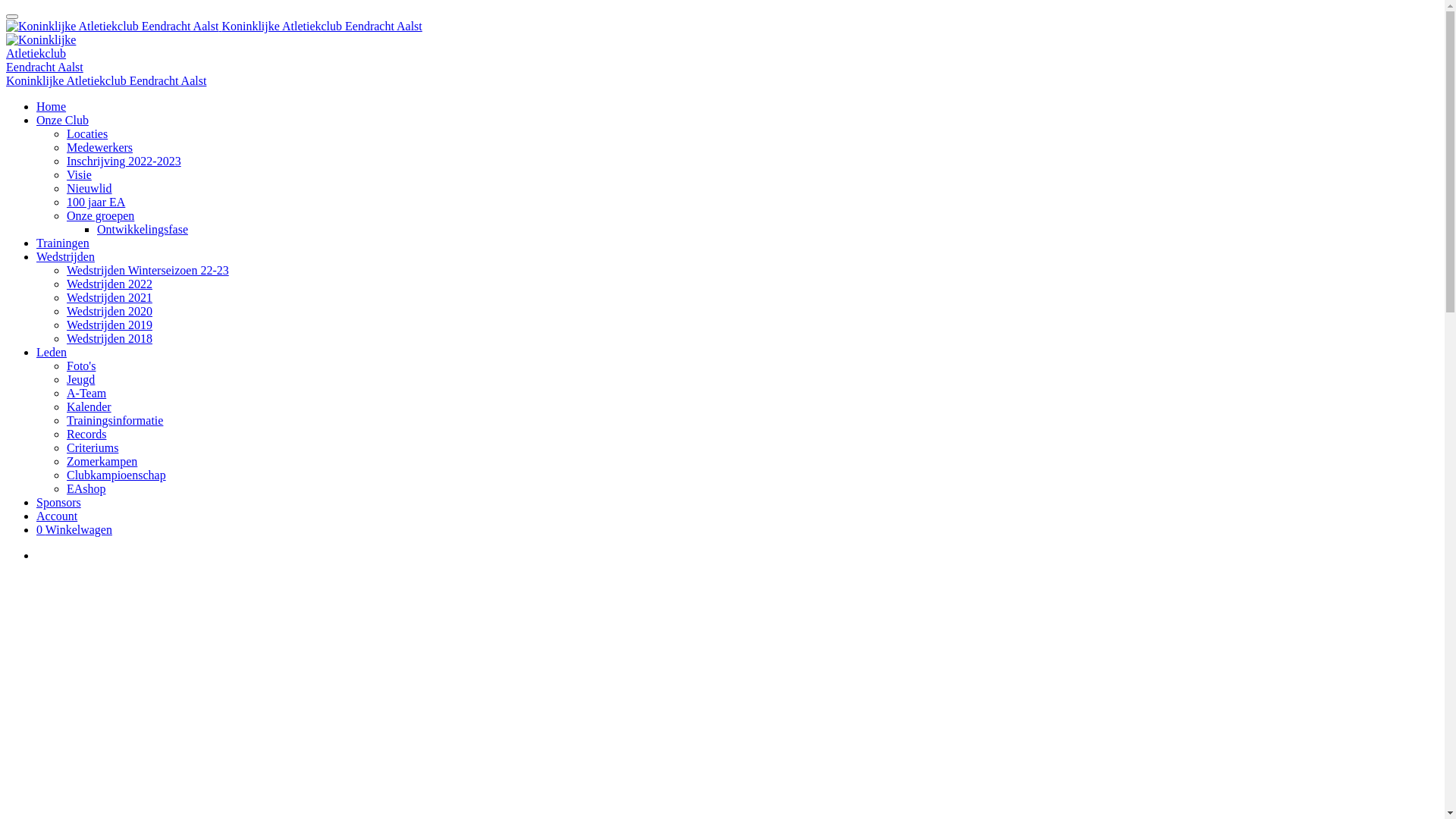 This screenshot has height=819, width=1456. What do you see at coordinates (6, 80) in the screenshot?
I see `'Koninklijke Atletiekclub Eendracht Aalst'` at bounding box center [6, 80].